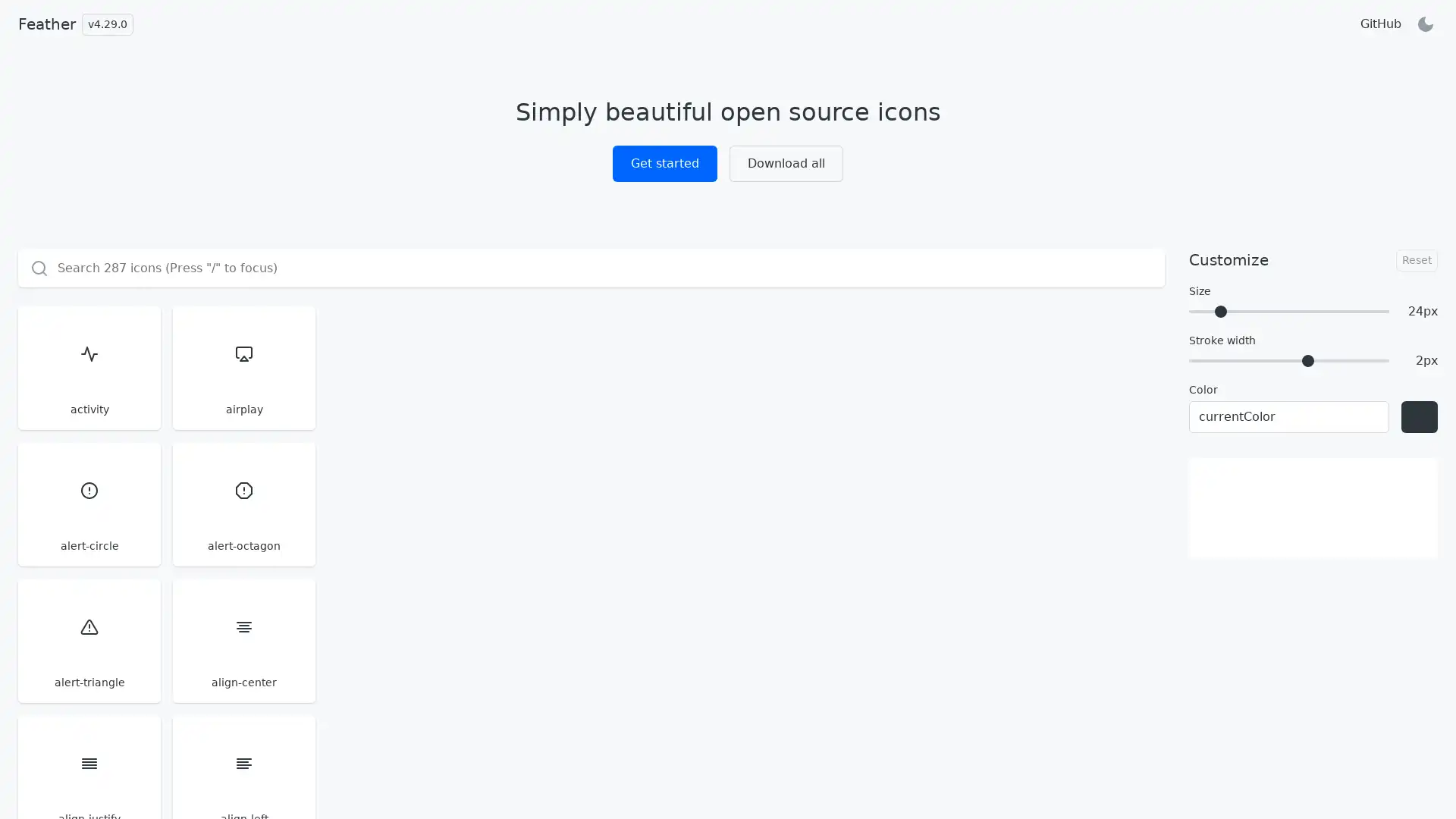  I want to click on aperture, so click(203, 504).